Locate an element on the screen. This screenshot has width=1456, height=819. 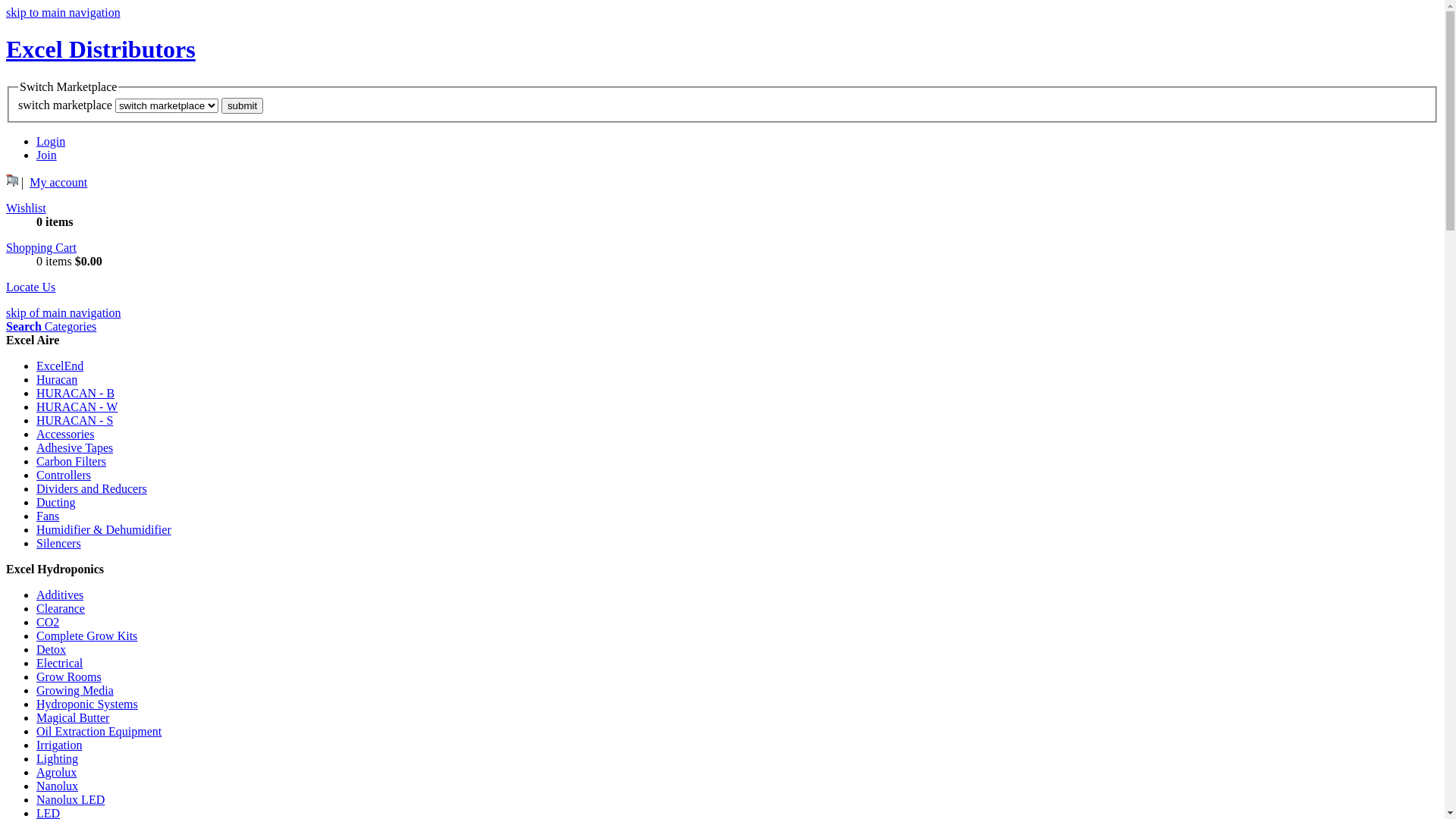
'Excel Distributors' is located at coordinates (100, 49).